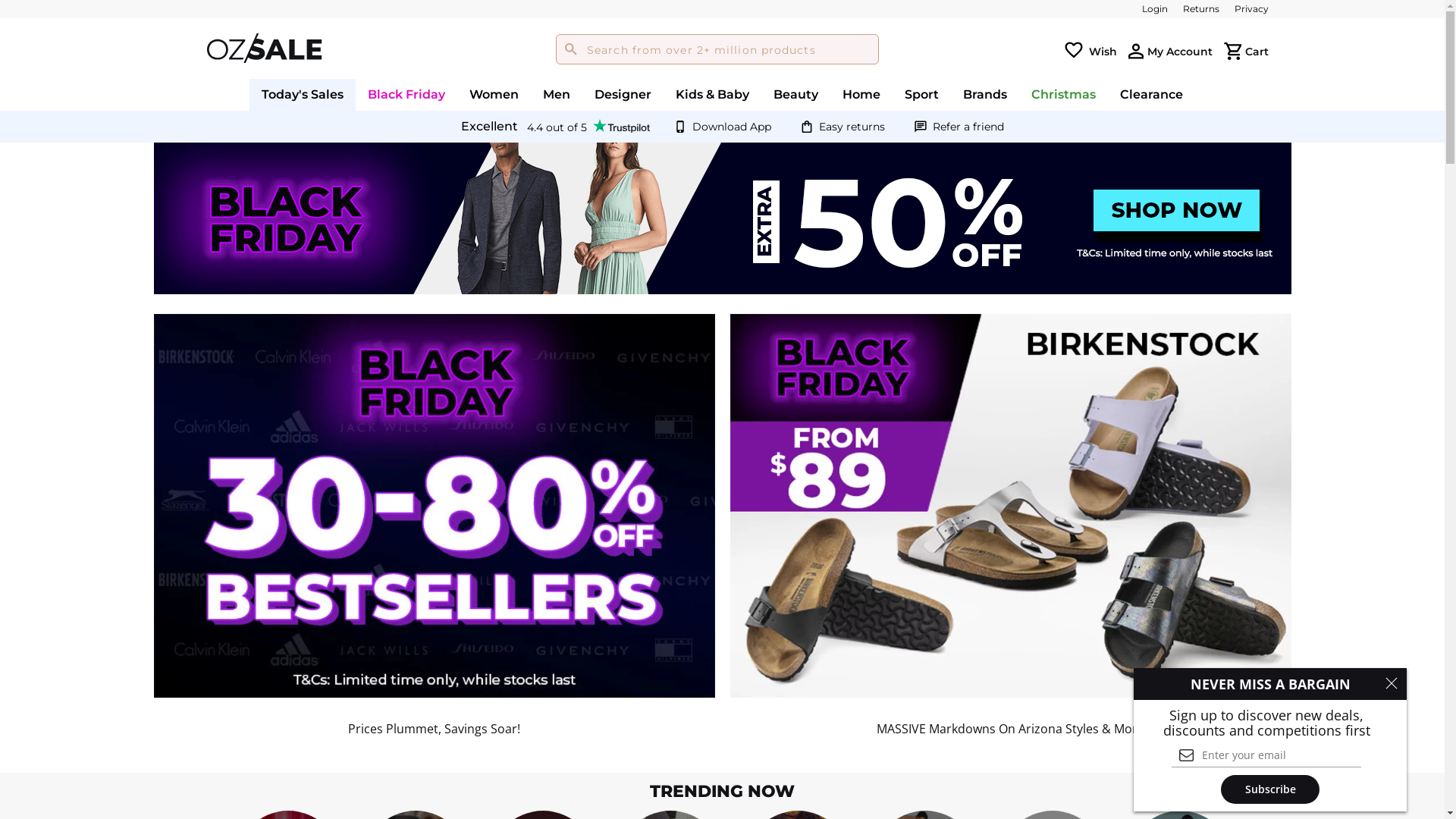 The height and width of the screenshot is (819, 1456). What do you see at coordinates (711, 94) in the screenshot?
I see `'Kids & Baby'` at bounding box center [711, 94].